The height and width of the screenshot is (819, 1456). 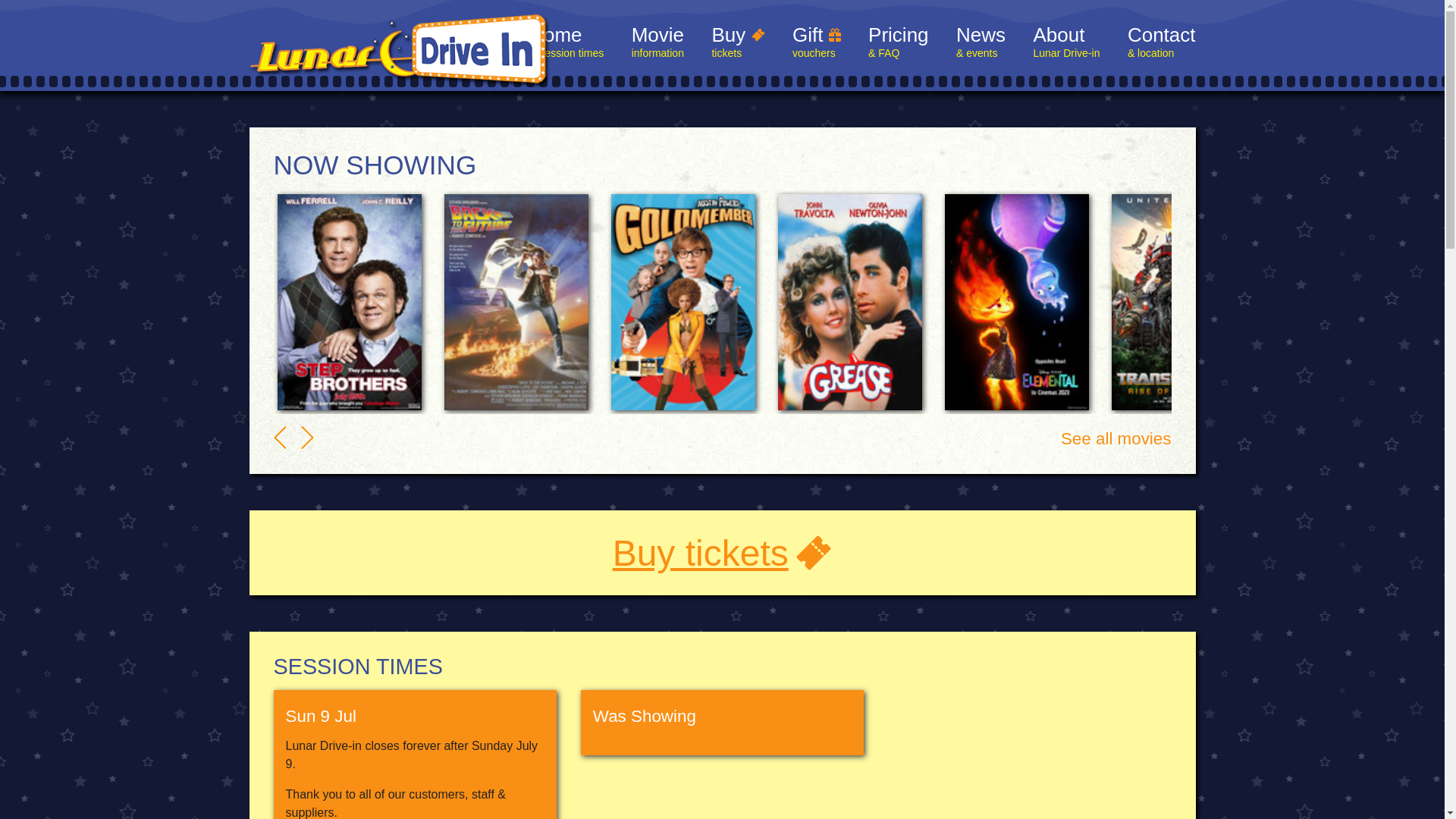 I want to click on 'Buy, so click(x=738, y=42).